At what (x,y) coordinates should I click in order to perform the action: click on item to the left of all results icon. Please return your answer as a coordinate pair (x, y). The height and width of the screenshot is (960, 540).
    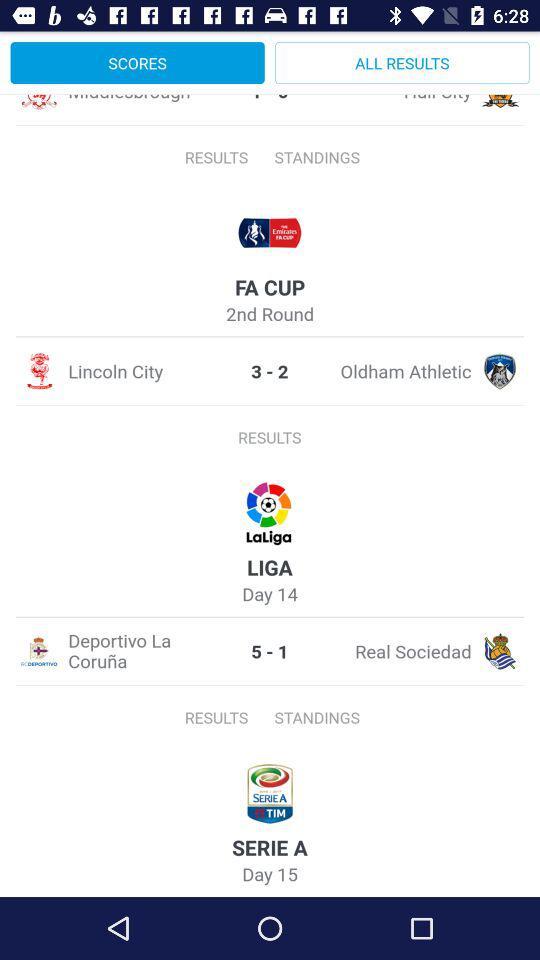
    Looking at the image, I should click on (136, 62).